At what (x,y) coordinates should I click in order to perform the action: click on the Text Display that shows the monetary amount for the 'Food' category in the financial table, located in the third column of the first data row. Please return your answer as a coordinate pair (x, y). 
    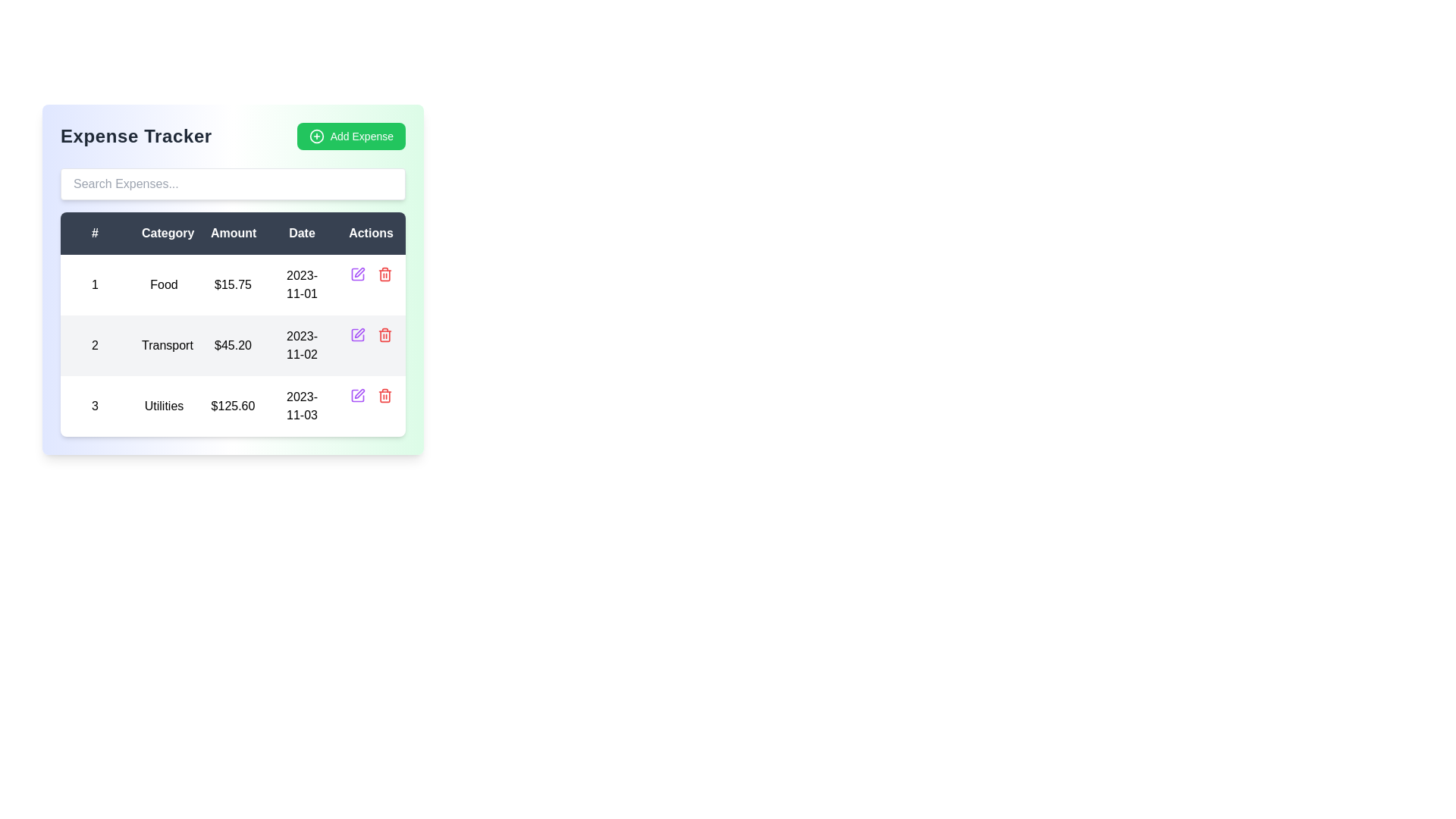
    Looking at the image, I should click on (232, 284).